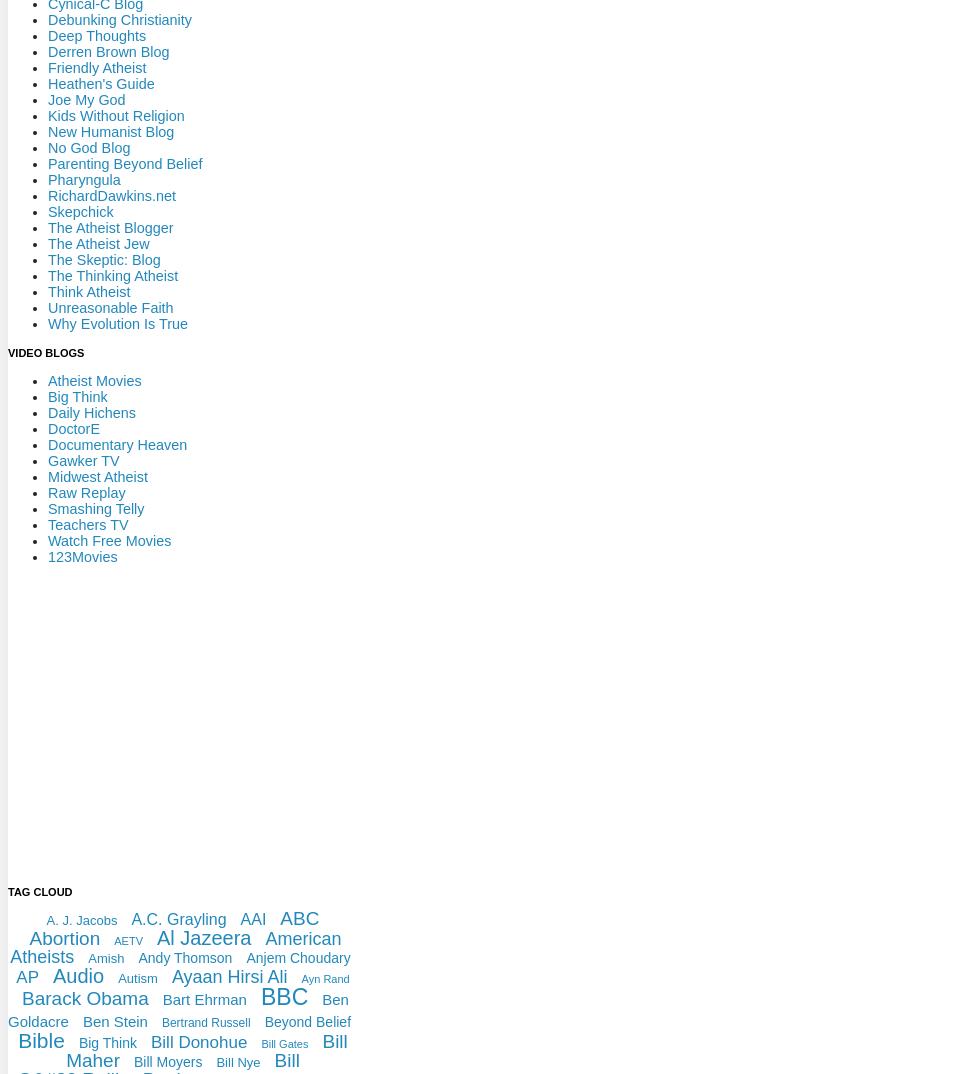  Describe the element at coordinates (323, 976) in the screenshot. I see `'Ayn Rand'` at that location.